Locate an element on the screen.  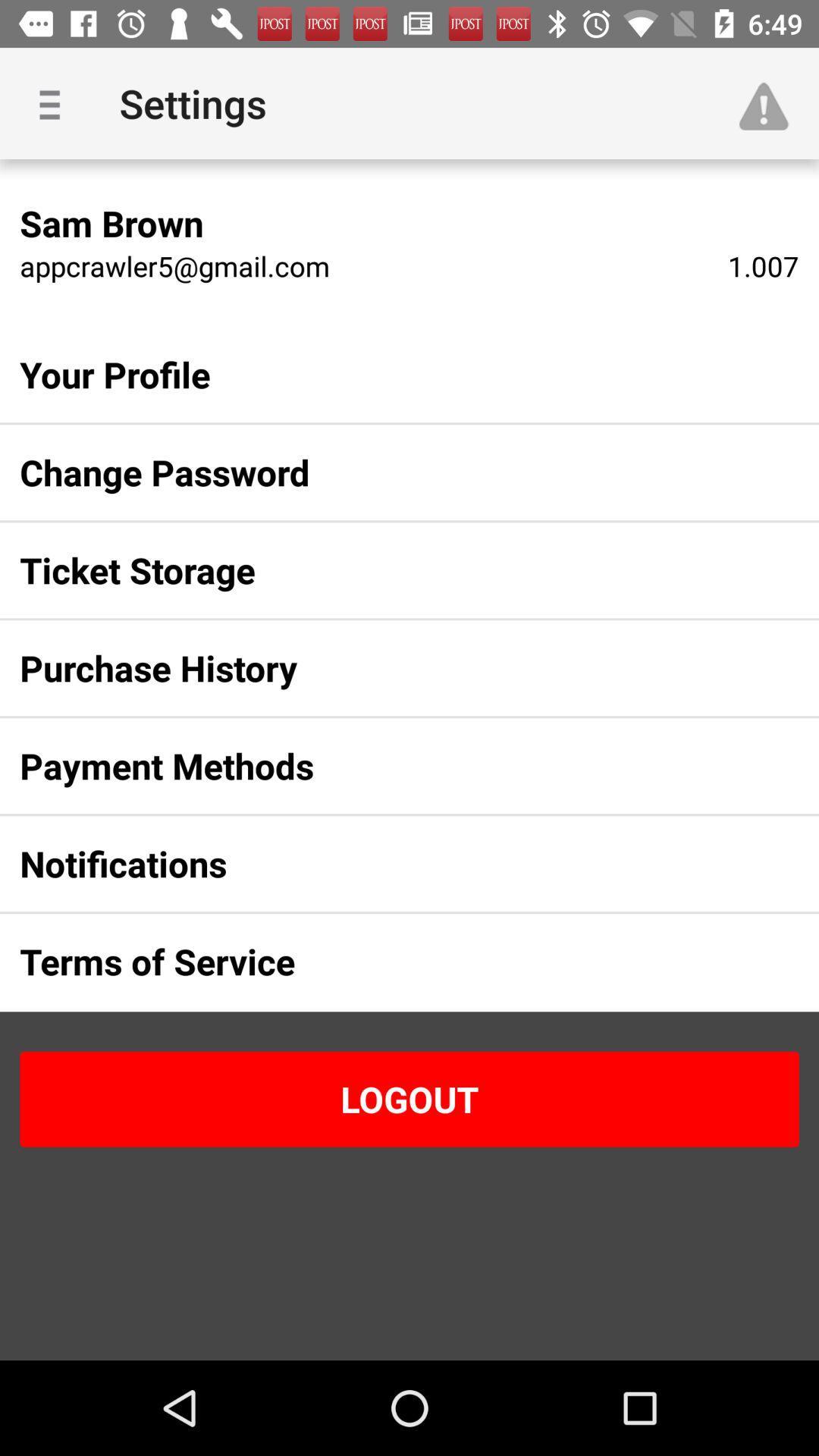
the payment methods item is located at coordinates (384, 766).